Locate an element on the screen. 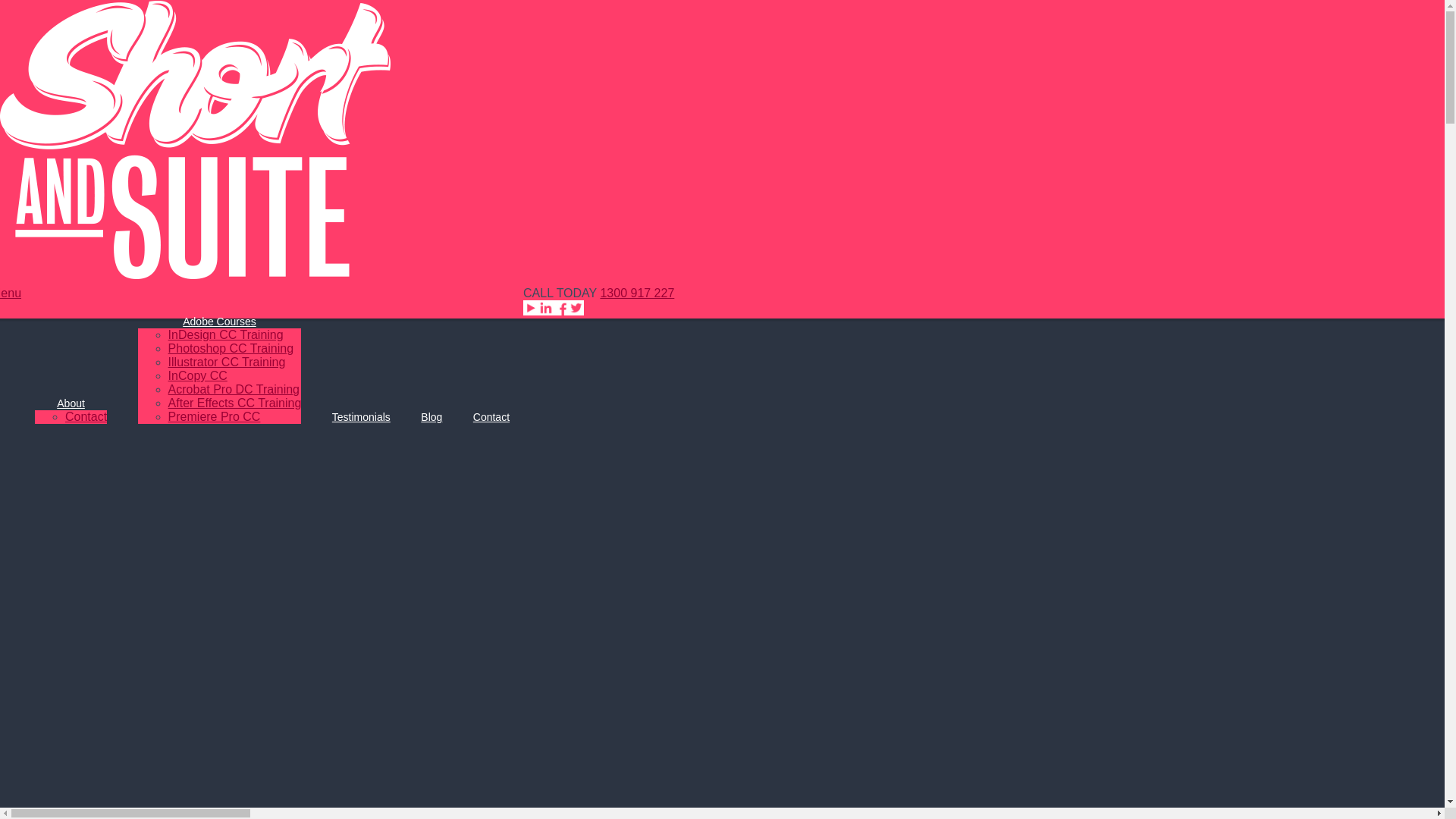  'Illustrator CC Training' is located at coordinates (226, 362).